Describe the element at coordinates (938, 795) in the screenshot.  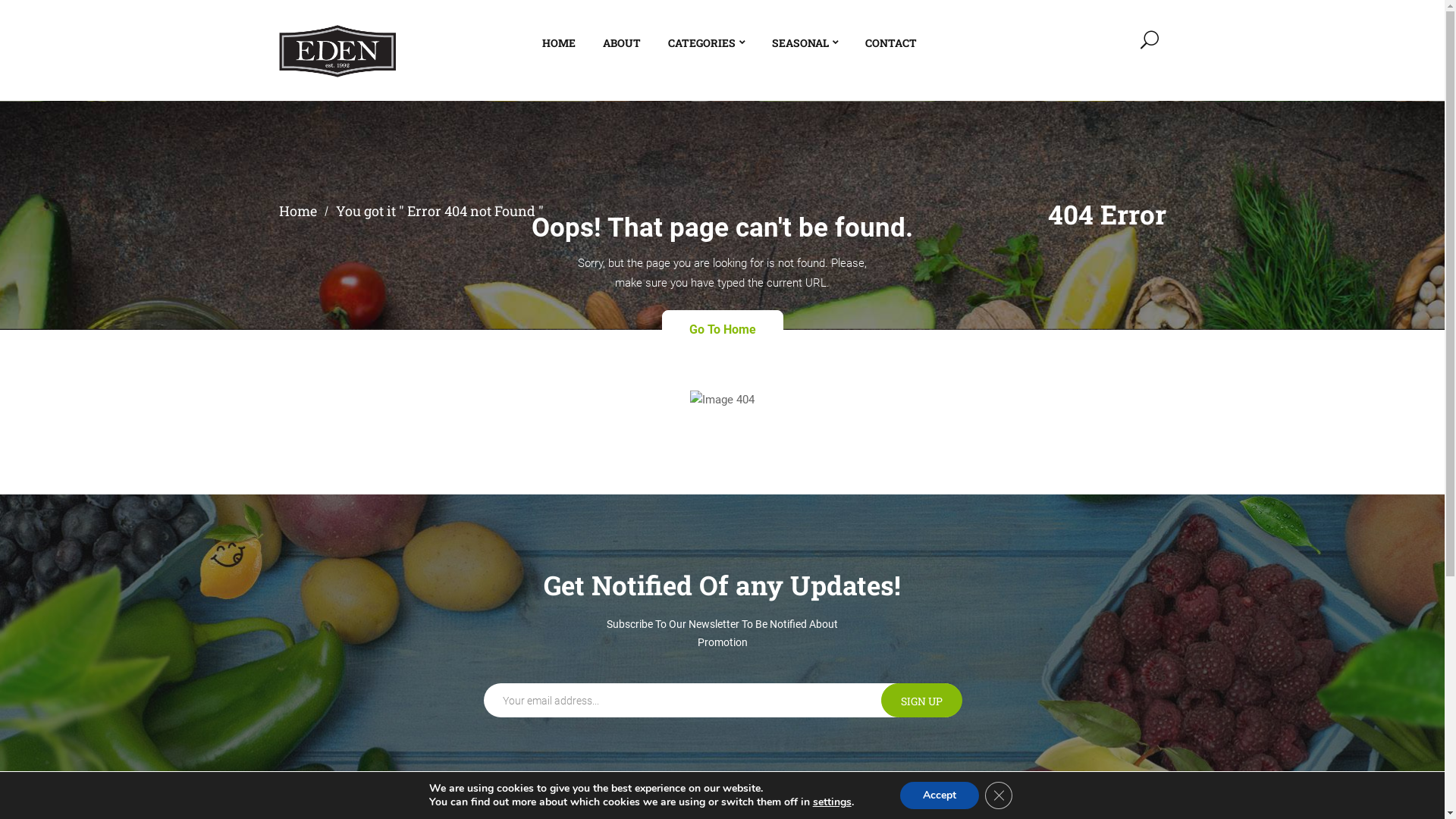
I see `'Accept'` at that location.